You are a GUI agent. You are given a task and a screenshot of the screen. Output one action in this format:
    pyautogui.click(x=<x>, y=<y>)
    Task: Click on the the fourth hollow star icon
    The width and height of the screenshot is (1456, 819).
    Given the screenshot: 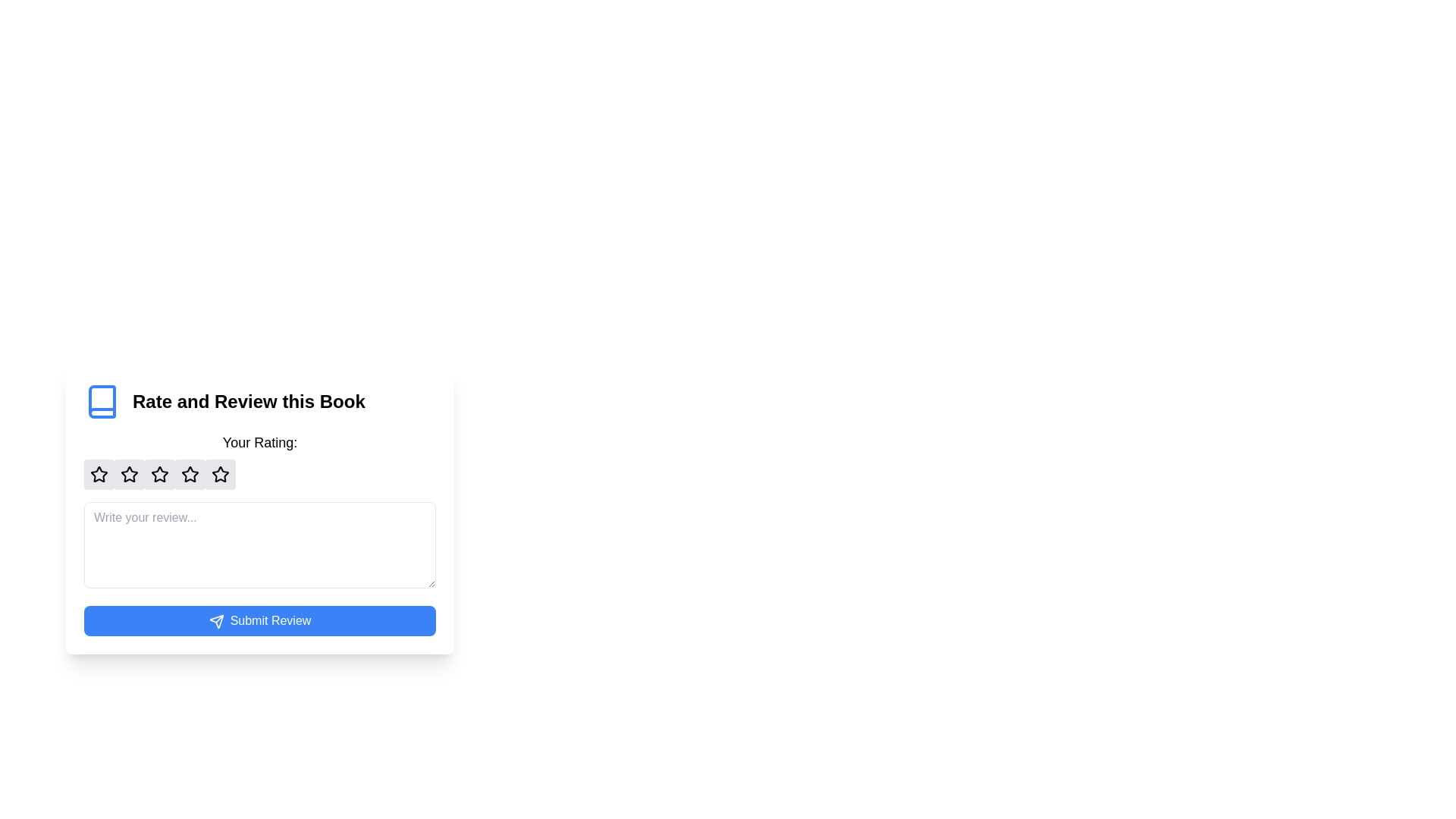 What is the action you would take?
    pyautogui.click(x=220, y=473)
    